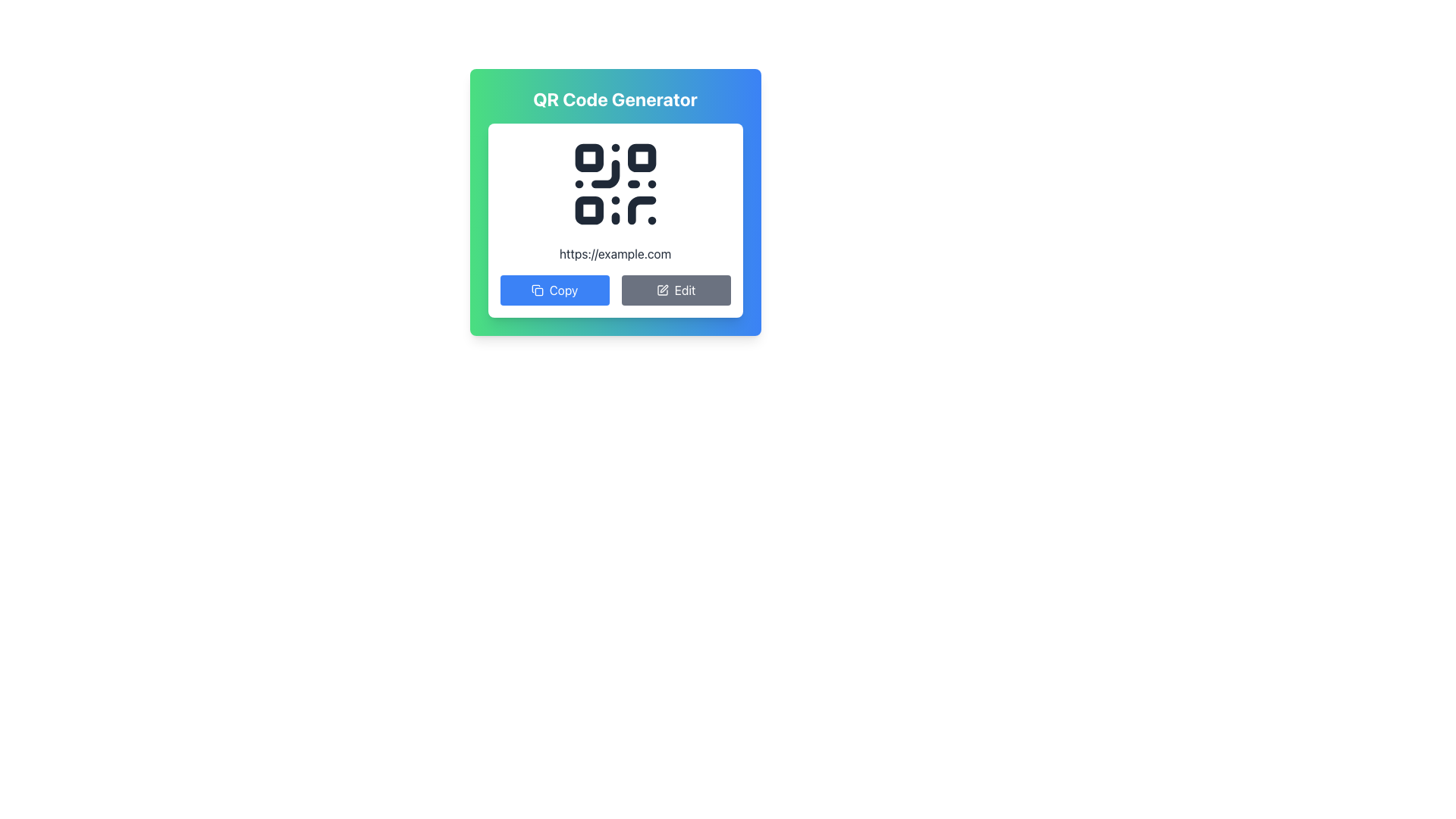 This screenshot has height=819, width=1456. I want to click on the dark QR Code icon located, so click(615, 184).